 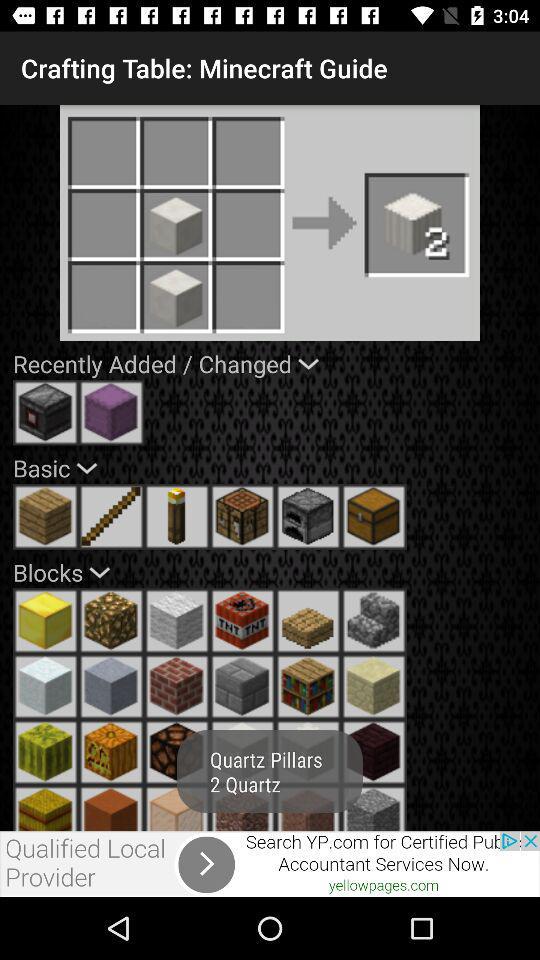 I want to click on item in item list, so click(x=177, y=808).